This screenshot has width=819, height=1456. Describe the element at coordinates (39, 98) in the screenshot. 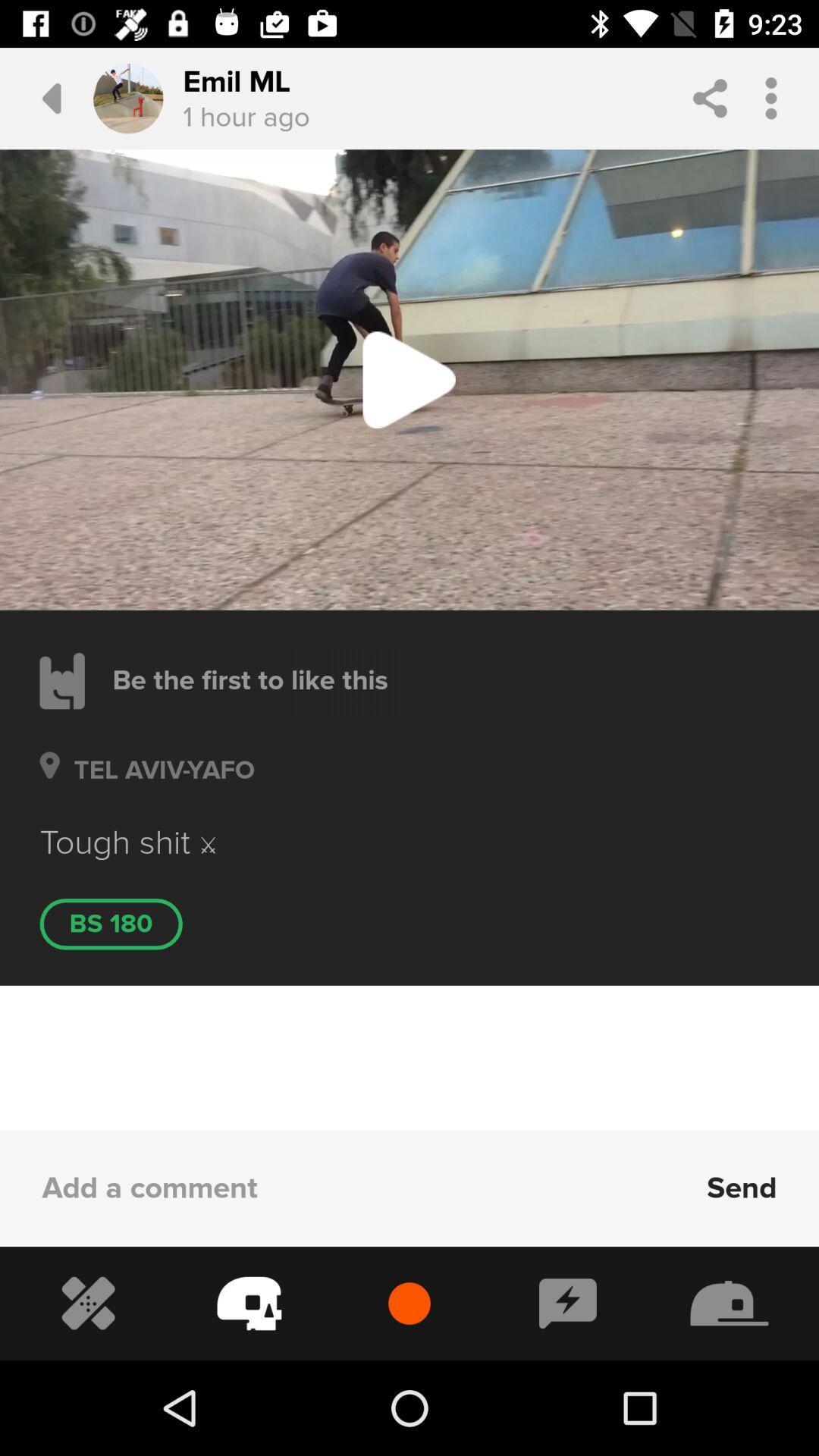

I see `the arrow_backward icon` at that location.